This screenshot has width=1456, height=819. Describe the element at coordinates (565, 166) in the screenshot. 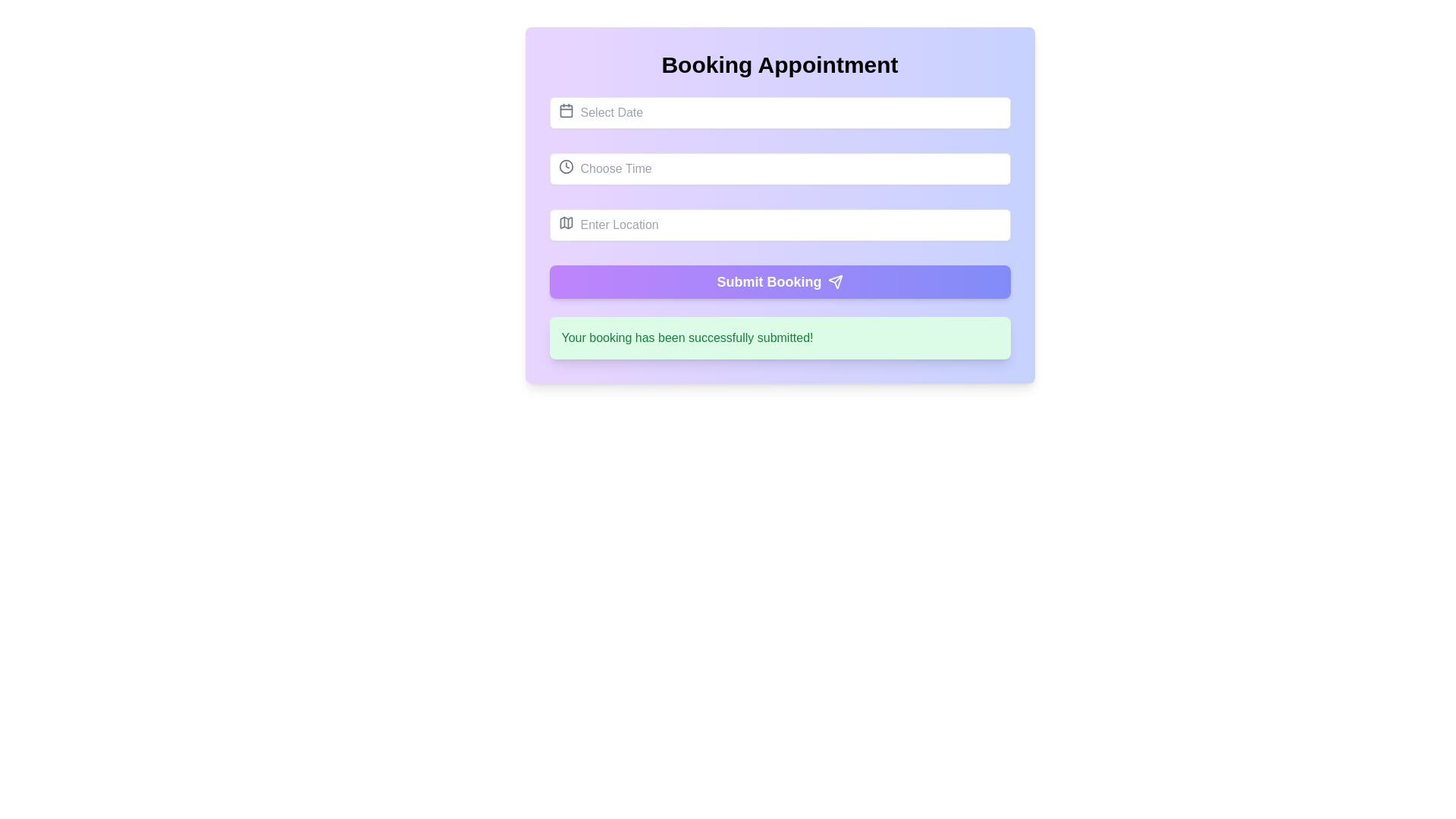

I see `the clock icon that is located to the left of the 'Choose Time' input section, which features a circular outline and two lines representing clock hands` at that location.